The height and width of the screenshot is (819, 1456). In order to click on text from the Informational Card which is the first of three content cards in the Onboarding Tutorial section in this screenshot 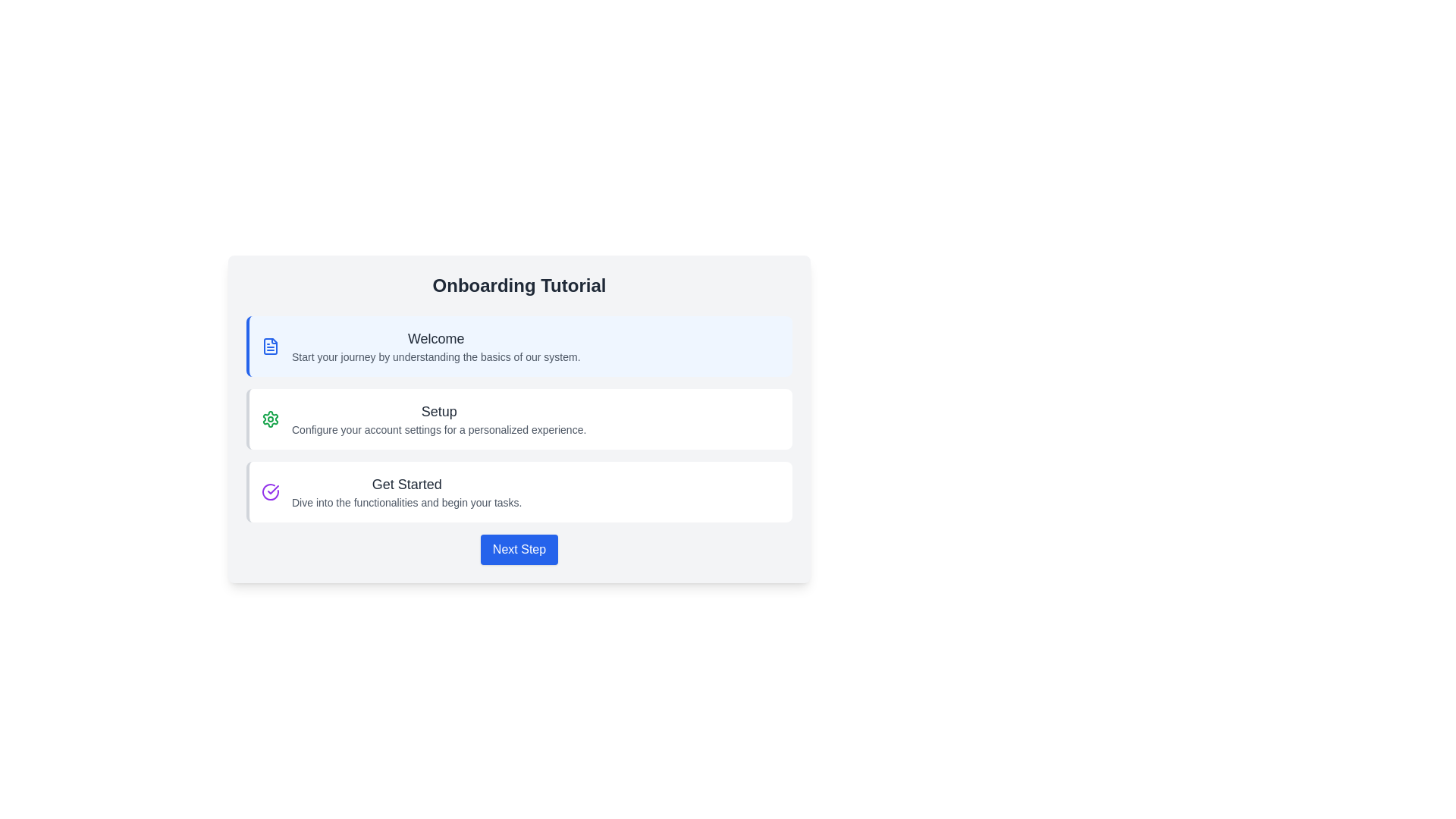, I will do `click(519, 346)`.